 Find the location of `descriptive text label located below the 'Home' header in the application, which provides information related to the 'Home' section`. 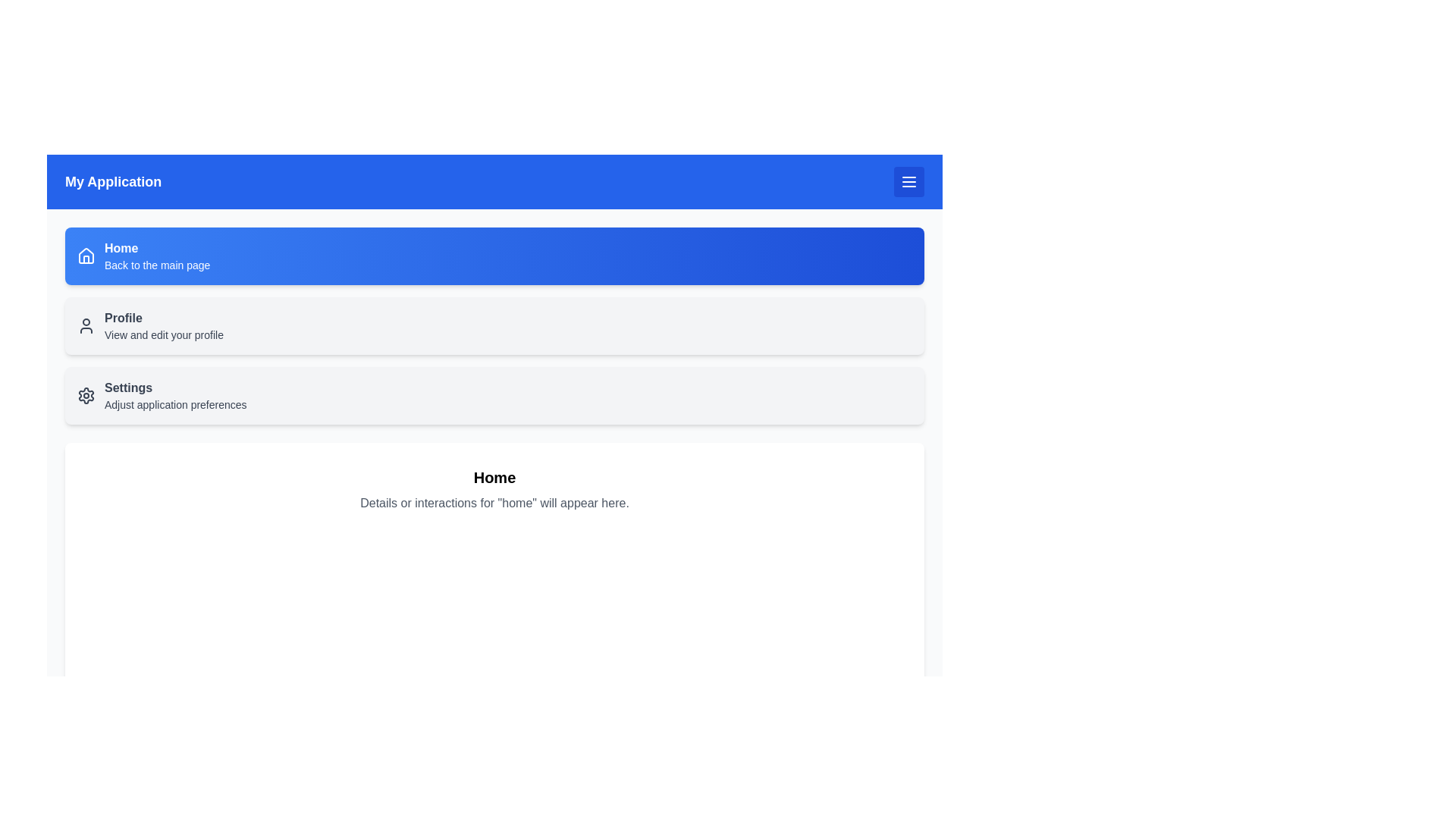

descriptive text label located below the 'Home' header in the application, which provides information related to the 'Home' section is located at coordinates (494, 503).